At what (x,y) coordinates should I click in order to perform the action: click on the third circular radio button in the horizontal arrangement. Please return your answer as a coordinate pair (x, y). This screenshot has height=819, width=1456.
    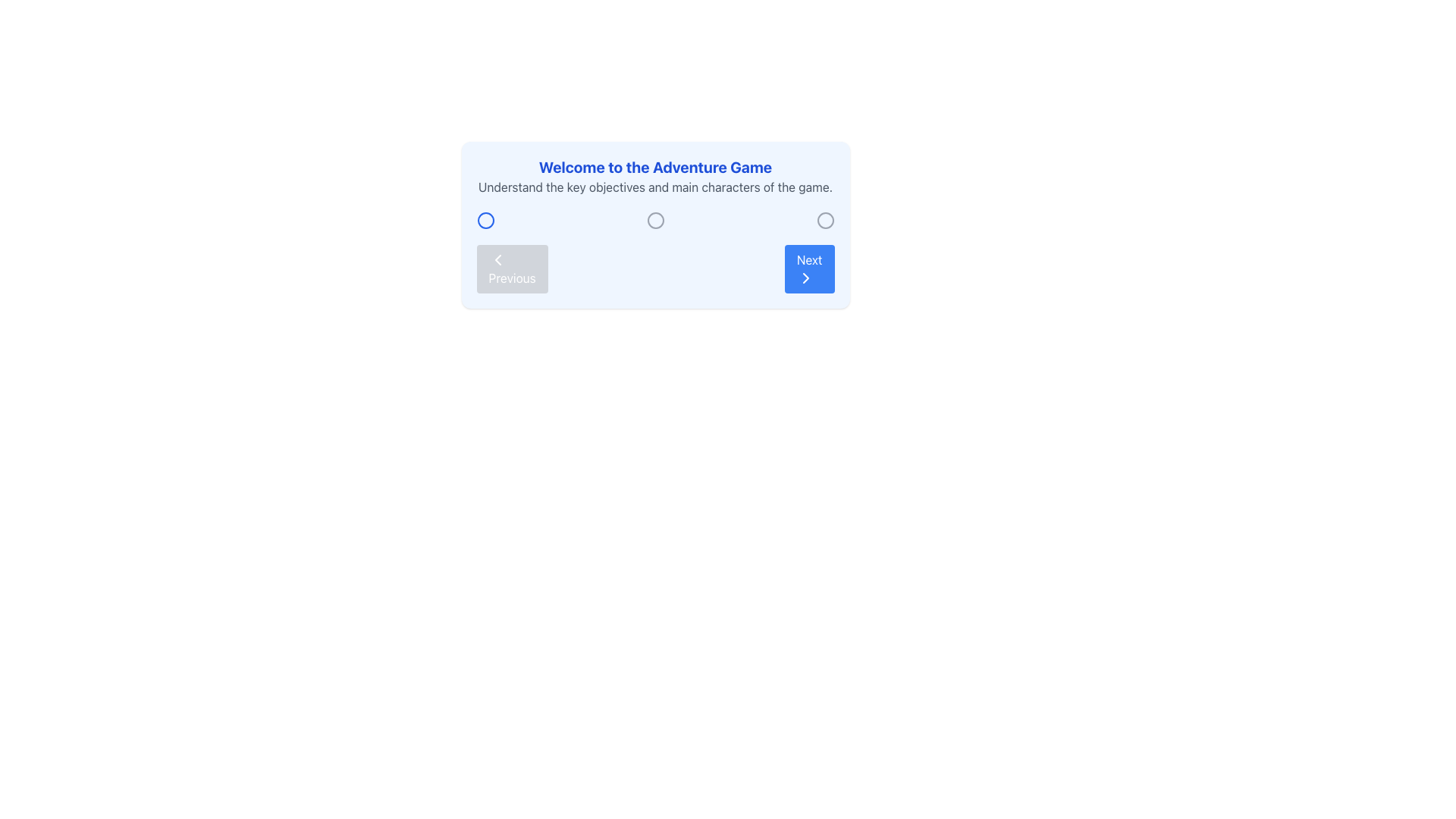
    Looking at the image, I should click on (824, 220).